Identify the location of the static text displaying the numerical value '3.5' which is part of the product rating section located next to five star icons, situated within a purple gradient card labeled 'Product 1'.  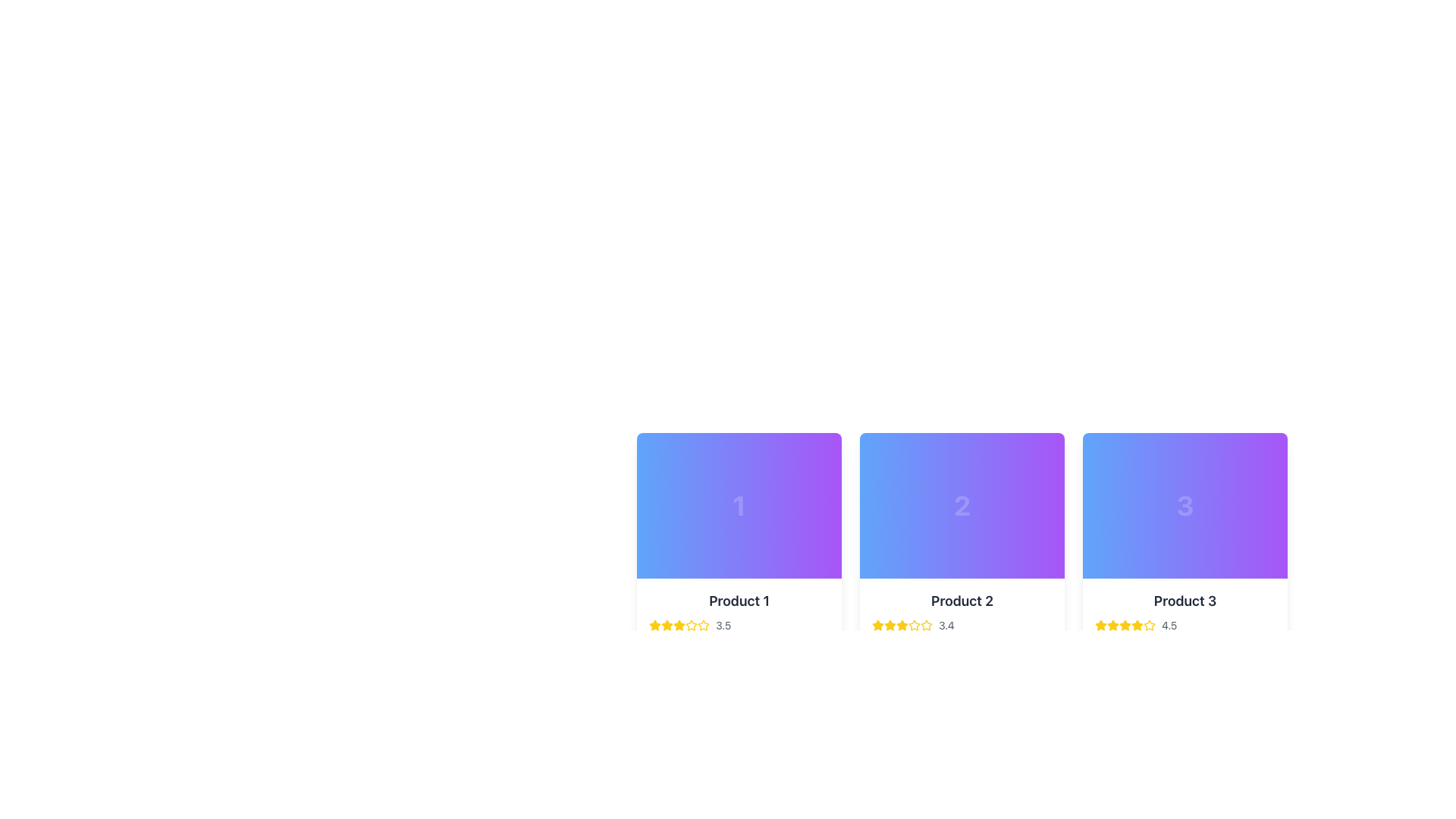
(723, 626).